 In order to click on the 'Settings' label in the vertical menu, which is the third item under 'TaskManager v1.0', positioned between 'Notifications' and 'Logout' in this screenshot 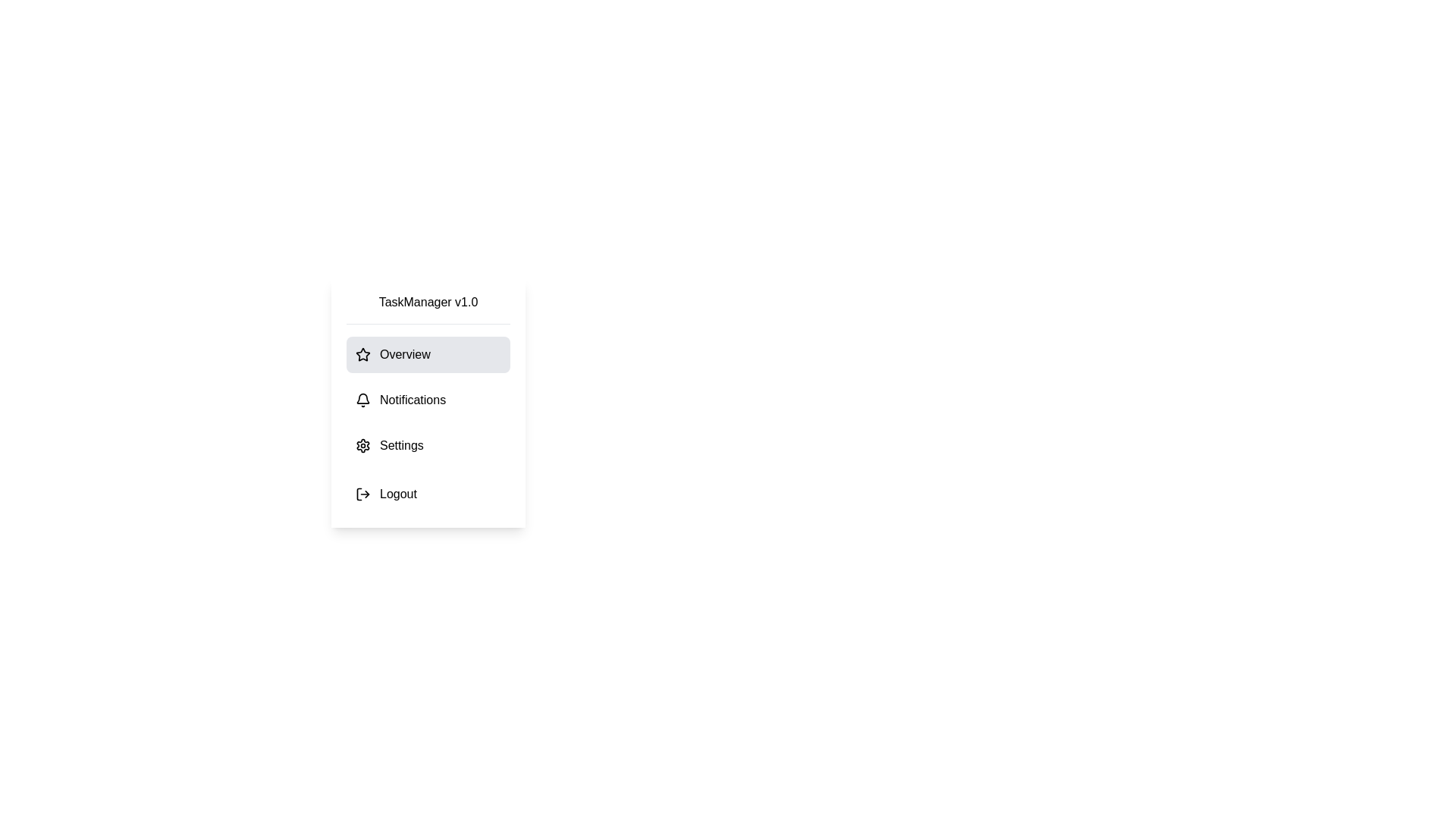, I will do `click(401, 444)`.